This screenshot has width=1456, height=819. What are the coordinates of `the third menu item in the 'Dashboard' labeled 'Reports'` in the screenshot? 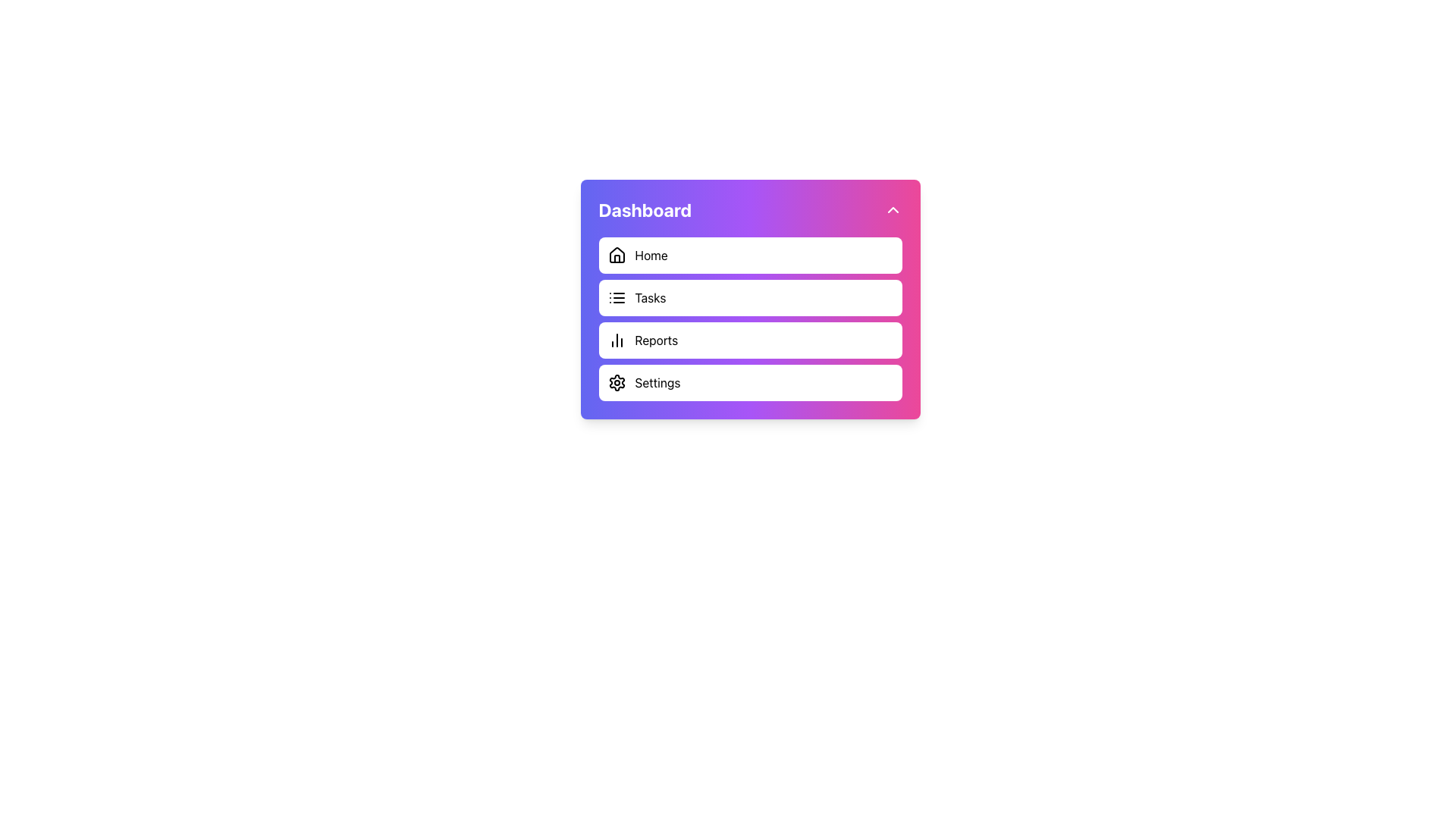 It's located at (750, 339).